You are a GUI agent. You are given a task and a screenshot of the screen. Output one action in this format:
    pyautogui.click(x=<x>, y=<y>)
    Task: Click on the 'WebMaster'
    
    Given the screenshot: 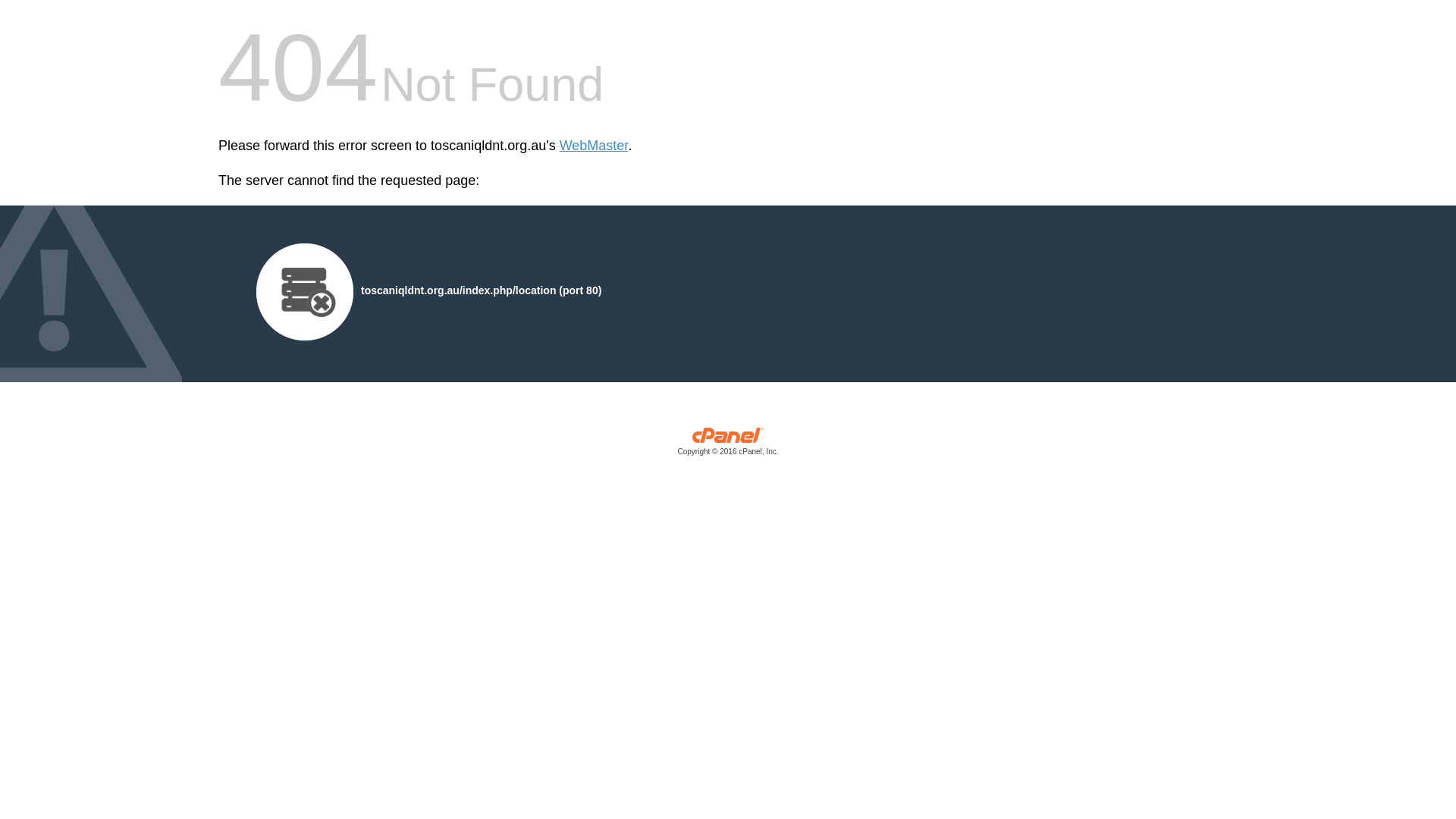 What is the action you would take?
    pyautogui.click(x=593, y=146)
    